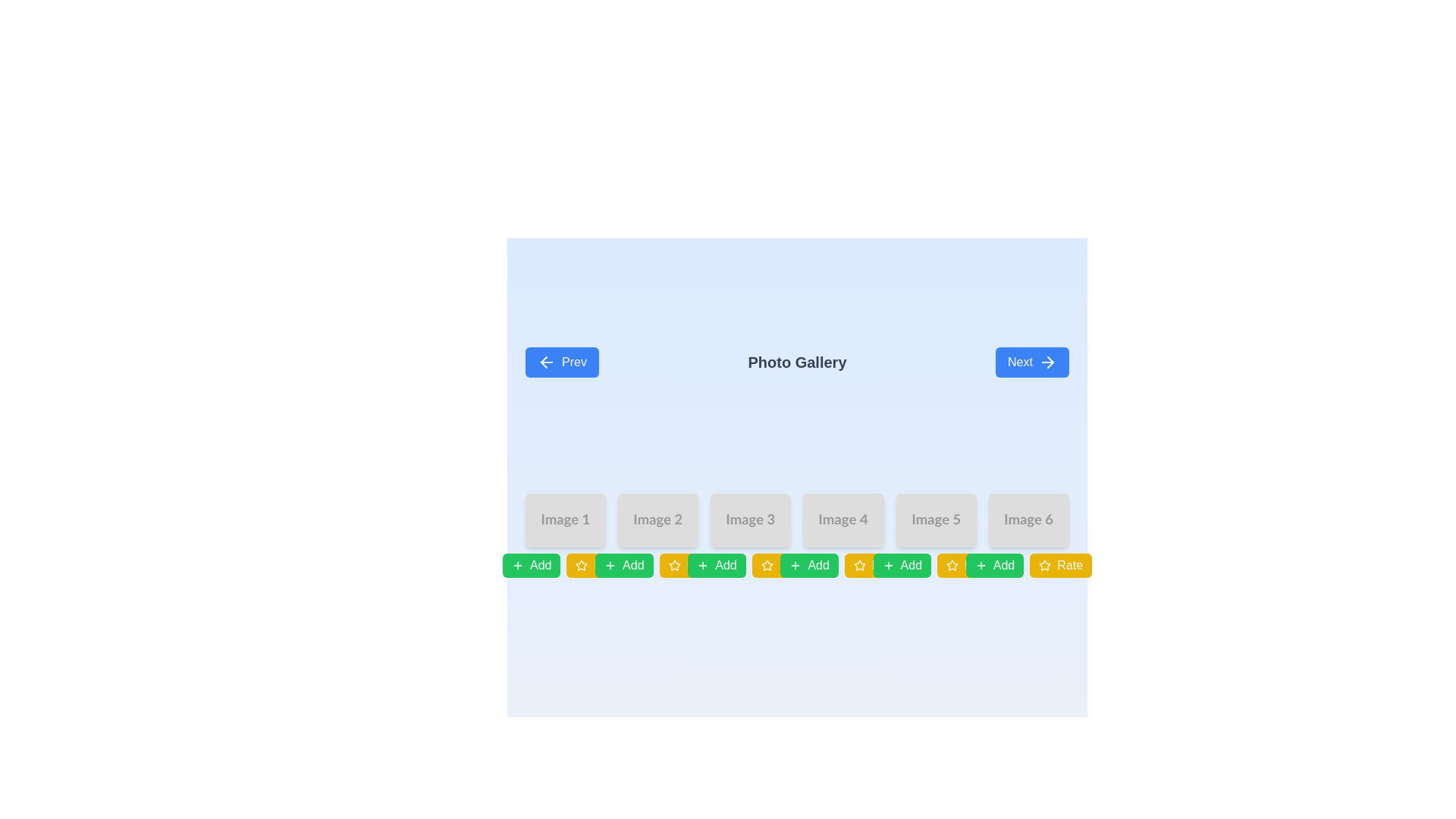 This screenshot has width=1456, height=819. What do you see at coordinates (1069, 565) in the screenshot?
I see `the 'Rate' text label embedded in the yellow button with rounded edges, located in the rightmost button under 'Image 6' in the gallery` at bounding box center [1069, 565].